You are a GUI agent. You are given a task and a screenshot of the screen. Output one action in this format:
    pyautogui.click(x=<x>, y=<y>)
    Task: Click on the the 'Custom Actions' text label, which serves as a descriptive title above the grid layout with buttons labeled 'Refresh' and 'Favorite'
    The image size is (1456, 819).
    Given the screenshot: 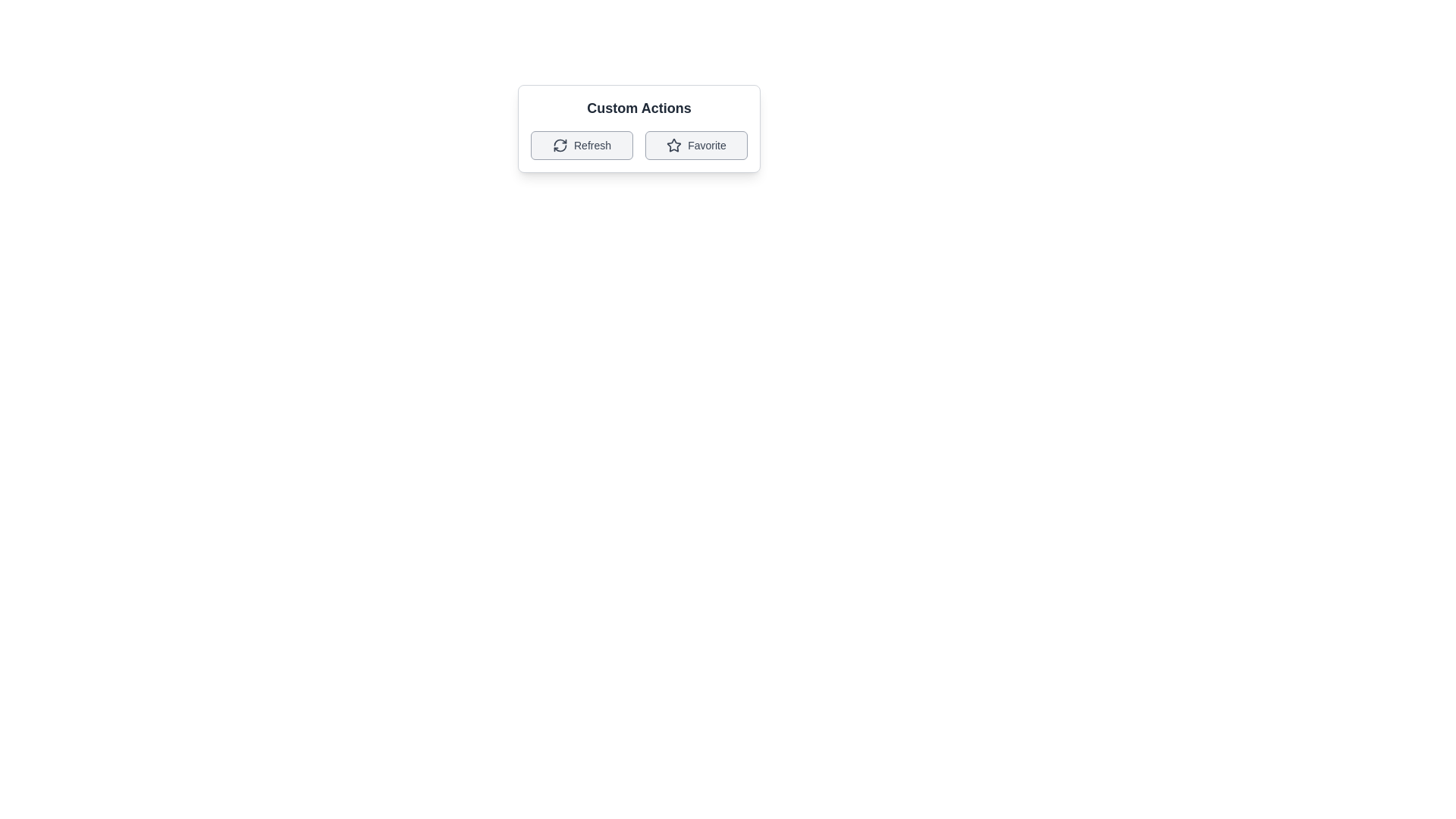 What is the action you would take?
    pyautogui.click(x=639, y=107)
    